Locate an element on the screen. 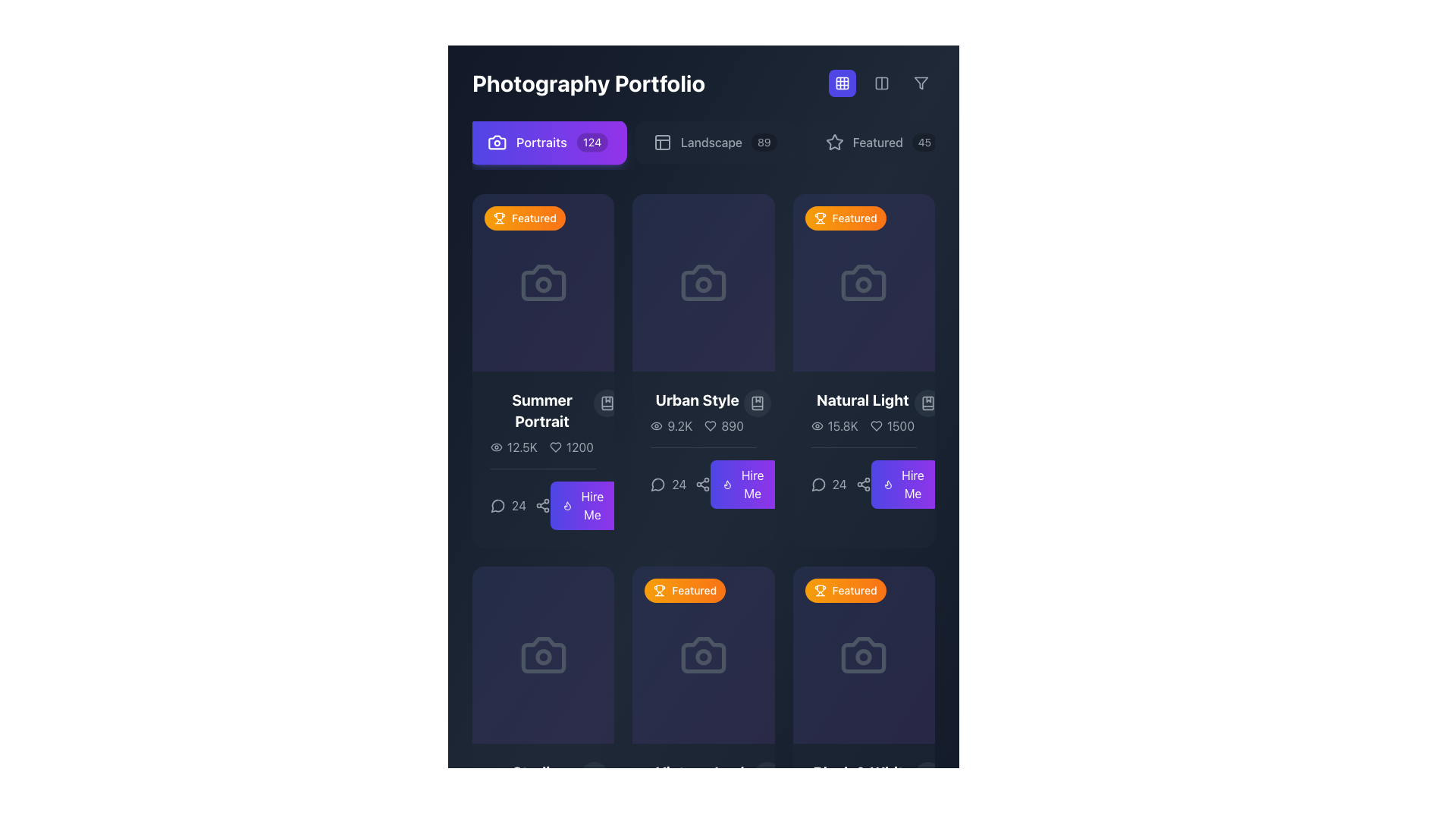 This screenshot has width=1456, height=819. numeric value '890' displayed in bold sans-serif font, located to the right of a heart icon under the 'Urban Style' card is located at coordinates (723, 426).